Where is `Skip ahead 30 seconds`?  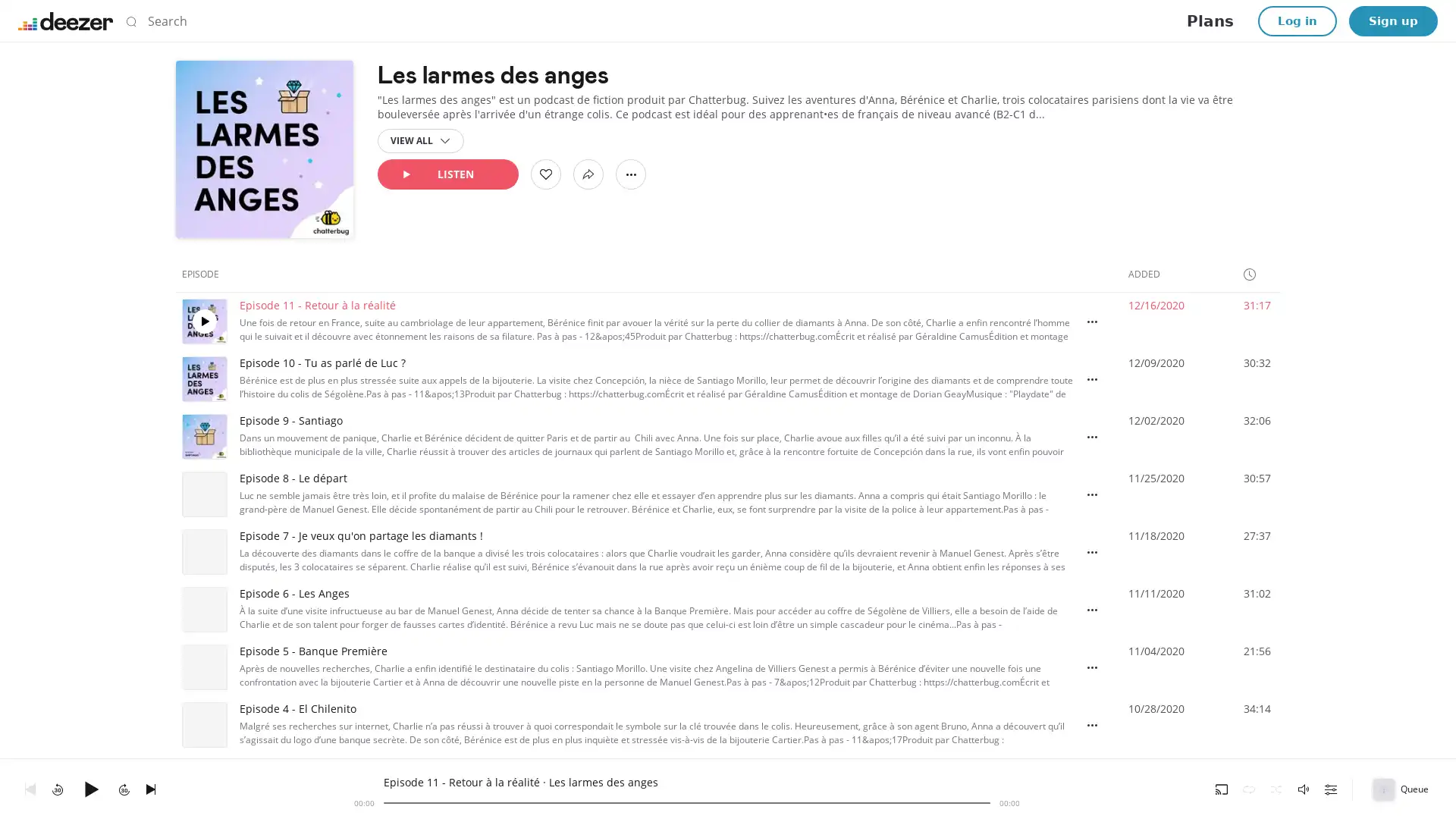 Skip ahead 30 seconds is located at coordinates (124, 788).